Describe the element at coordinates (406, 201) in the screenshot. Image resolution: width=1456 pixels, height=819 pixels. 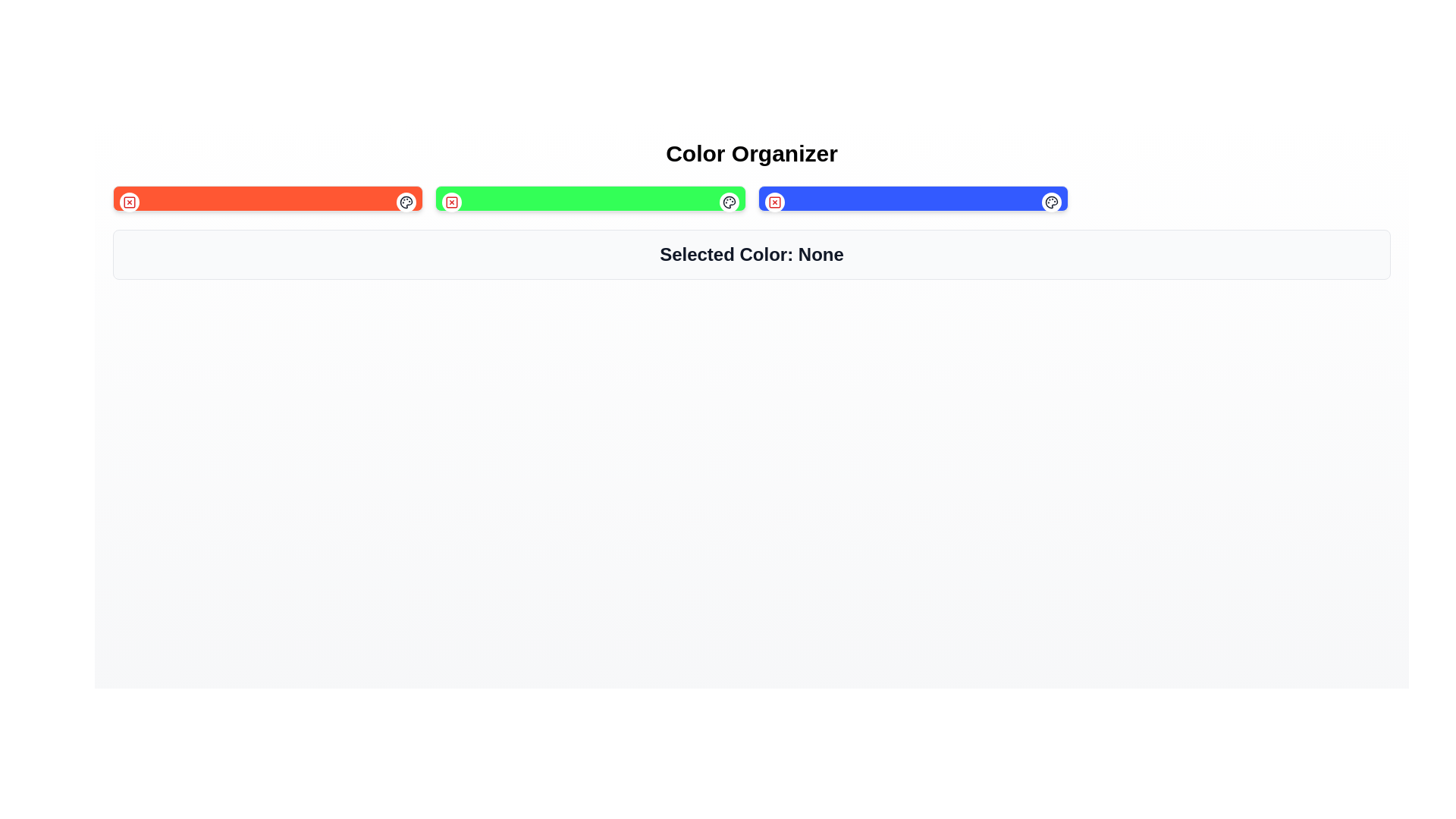
I see `the palette icon button located to the right of the green color bar, which is designed with a circular layout and small colored circles representing paints` at that location.